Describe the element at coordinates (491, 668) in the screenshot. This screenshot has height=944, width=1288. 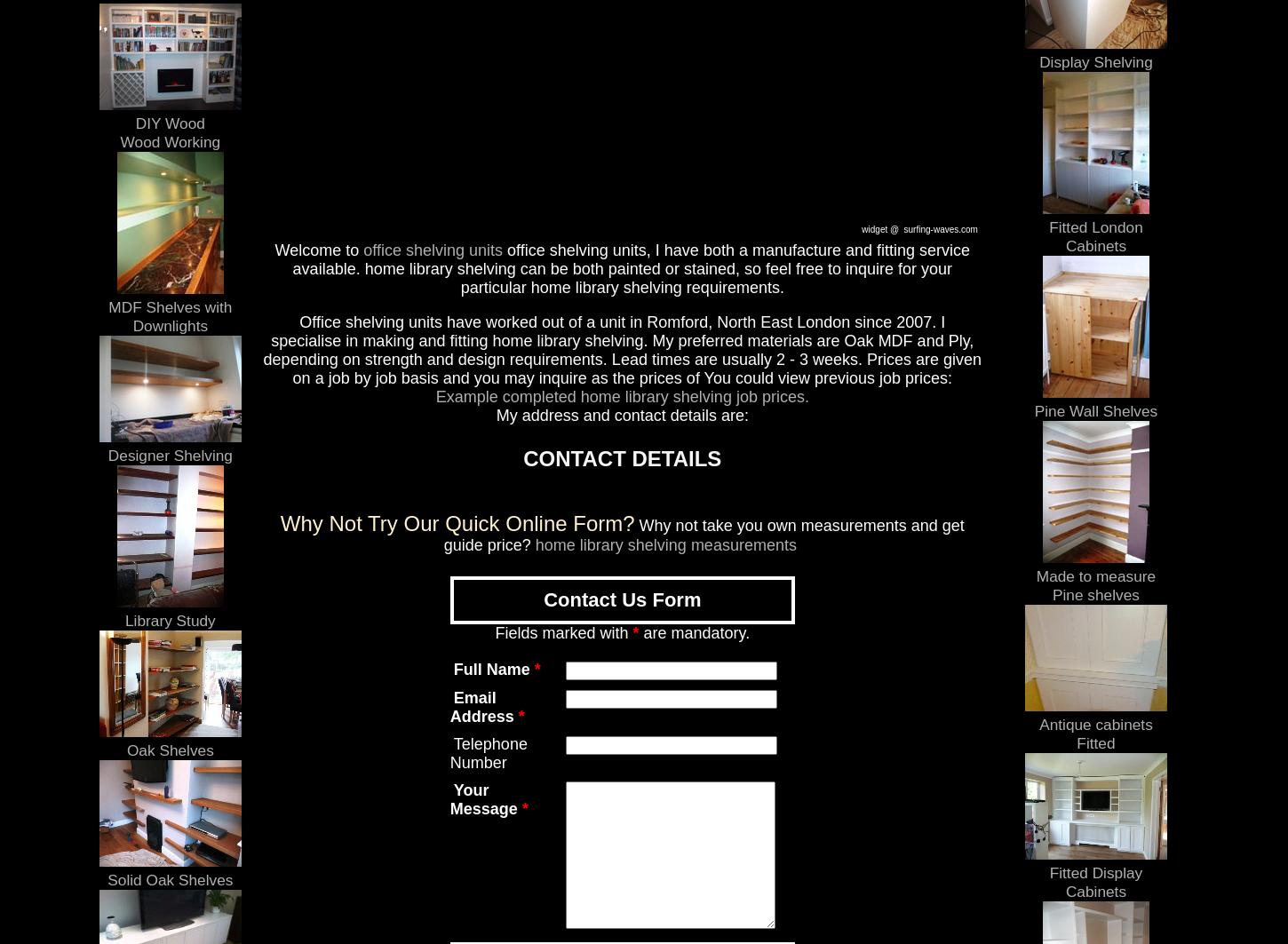
I see `'Full Name'` at that location.